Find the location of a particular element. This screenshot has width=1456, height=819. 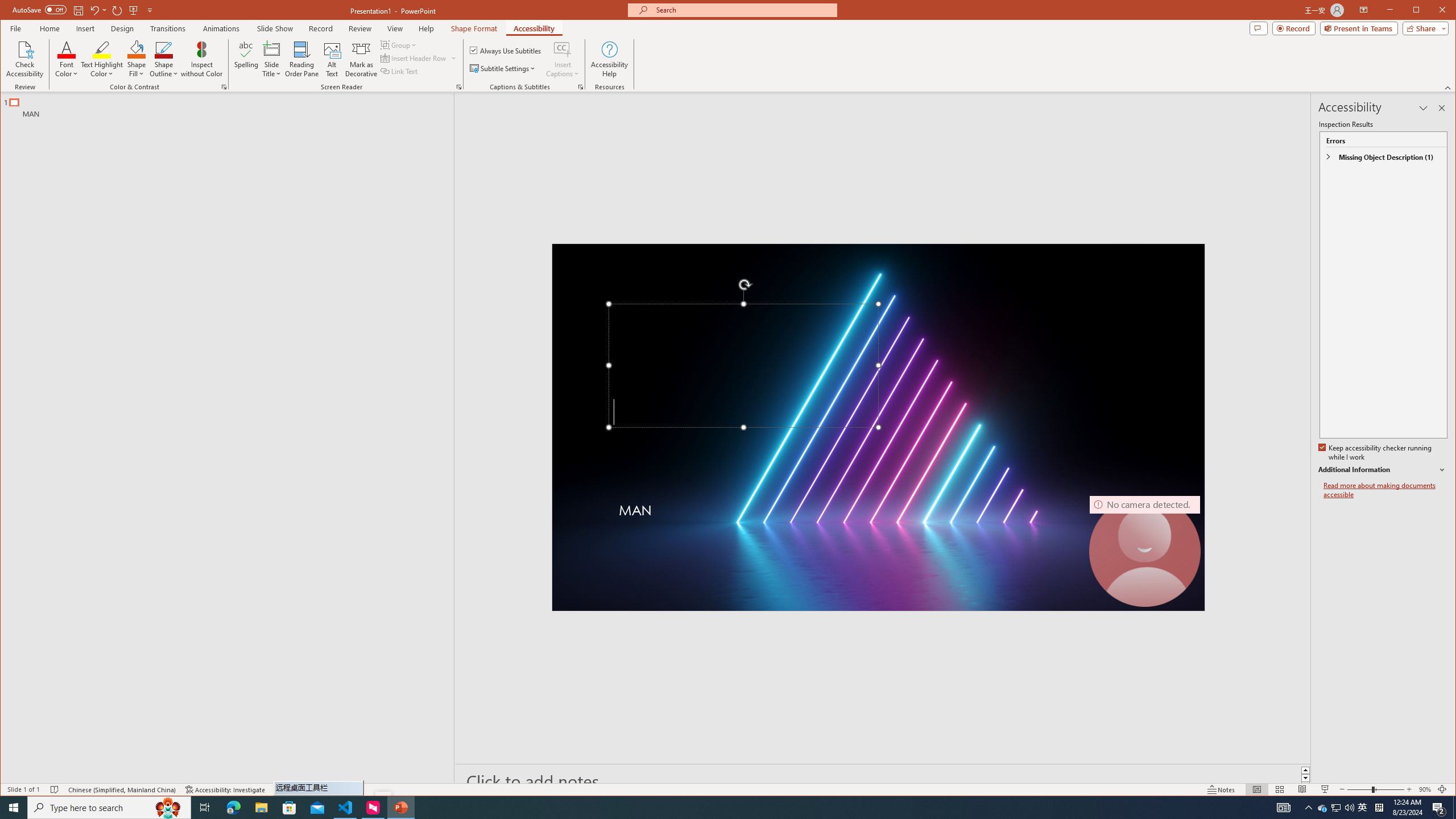

'Shape Format' is located at coordinates (473, 28).